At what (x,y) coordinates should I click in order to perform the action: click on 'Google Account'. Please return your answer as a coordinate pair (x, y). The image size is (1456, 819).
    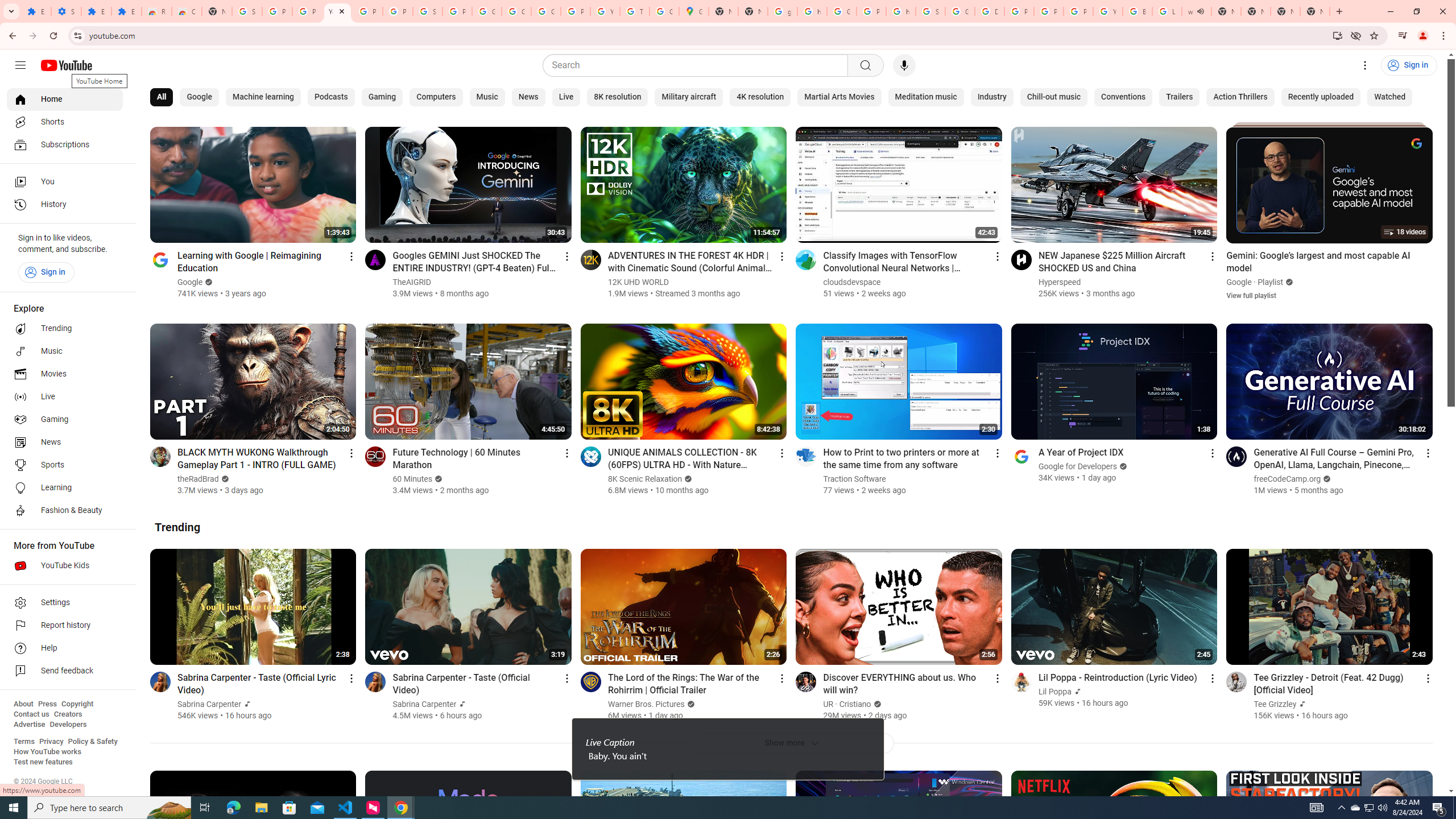
    Looking at the image, I should click on (515, 11).